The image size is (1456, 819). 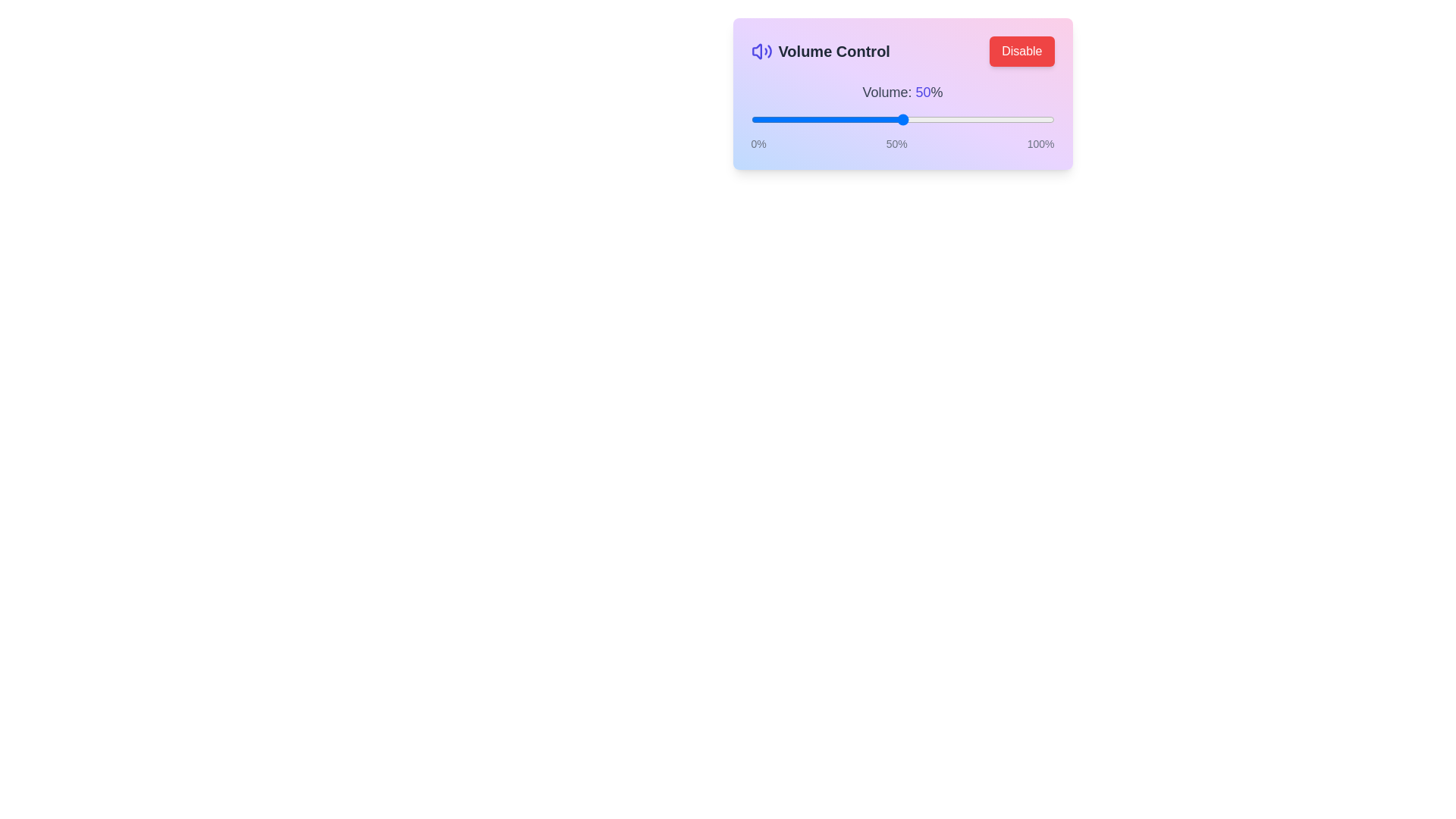 What do you see at coordinates (1021, 51) in the screenshot?
I see `the button located in the top-right corner of the 'Volume Control' grouping to change its appearance` at bounding box center [1021, 51].